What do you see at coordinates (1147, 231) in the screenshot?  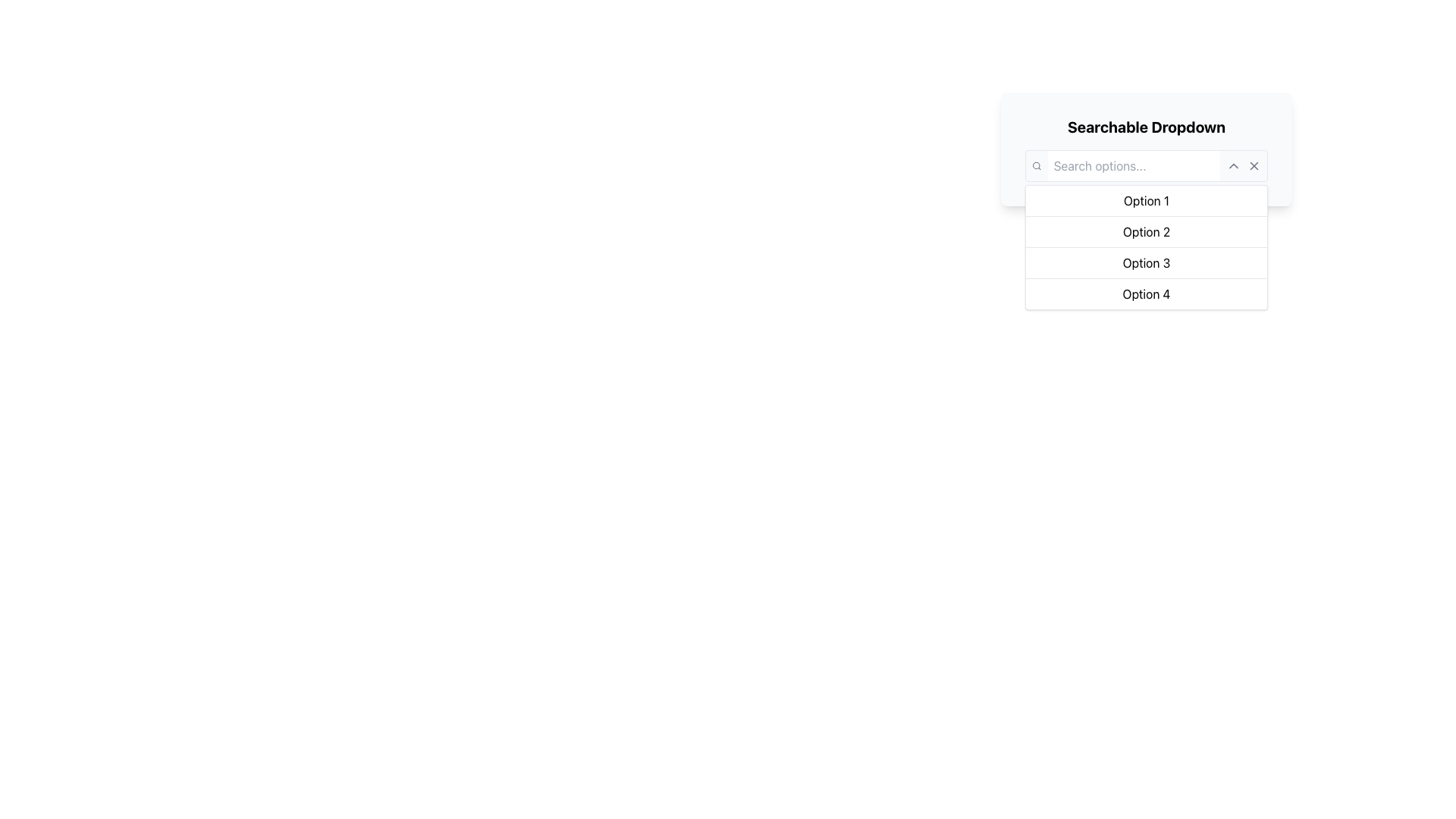 I see `the second option labeled 'Option 2' in the dropdown menu located below the 'Searchable Dropdown' search bar` at bounding box center [1147, 231].